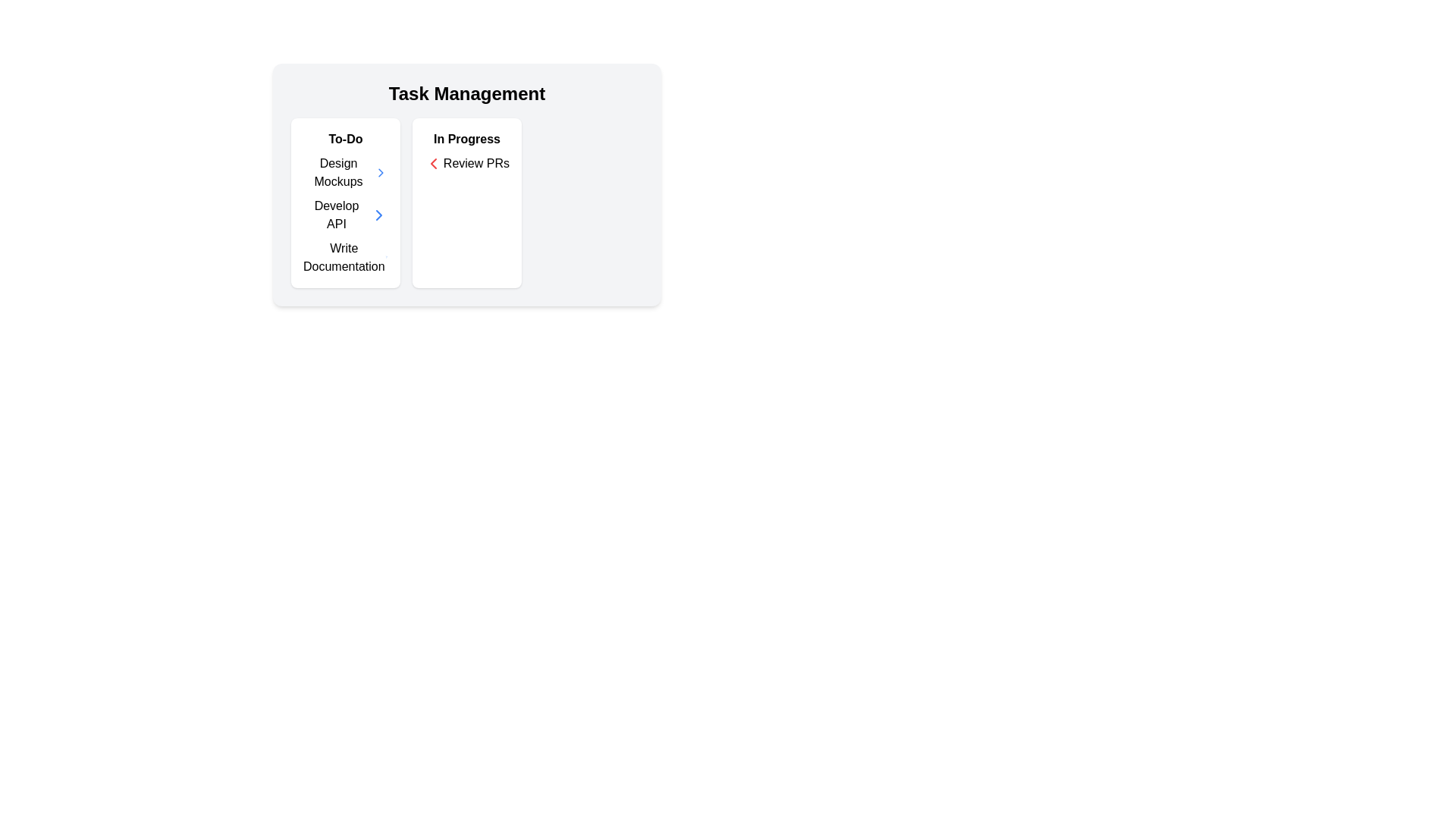 Image resolution: width=1456 pixels, height=819 pixels. I want to click on the 'To-Do' text label that serves as the header for the task management interface, indicating the section for tasks to be completed, so click(345, 140).